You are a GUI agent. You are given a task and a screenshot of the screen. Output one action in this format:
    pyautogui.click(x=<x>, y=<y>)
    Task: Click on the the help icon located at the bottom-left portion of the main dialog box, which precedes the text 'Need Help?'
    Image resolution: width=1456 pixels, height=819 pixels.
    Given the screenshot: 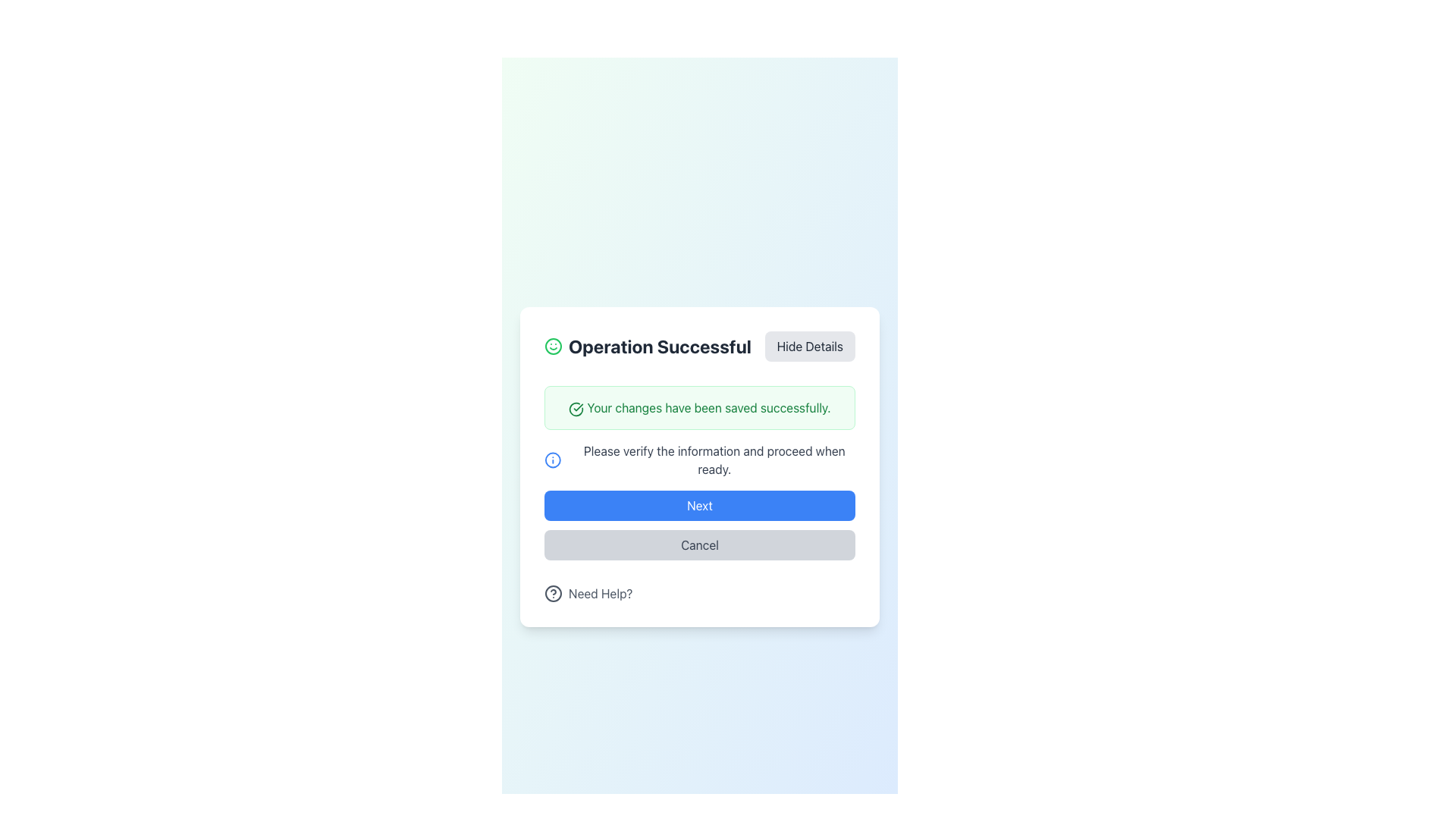 What is the action you would take?
    pyautogui.click(x=552, y=593)
    